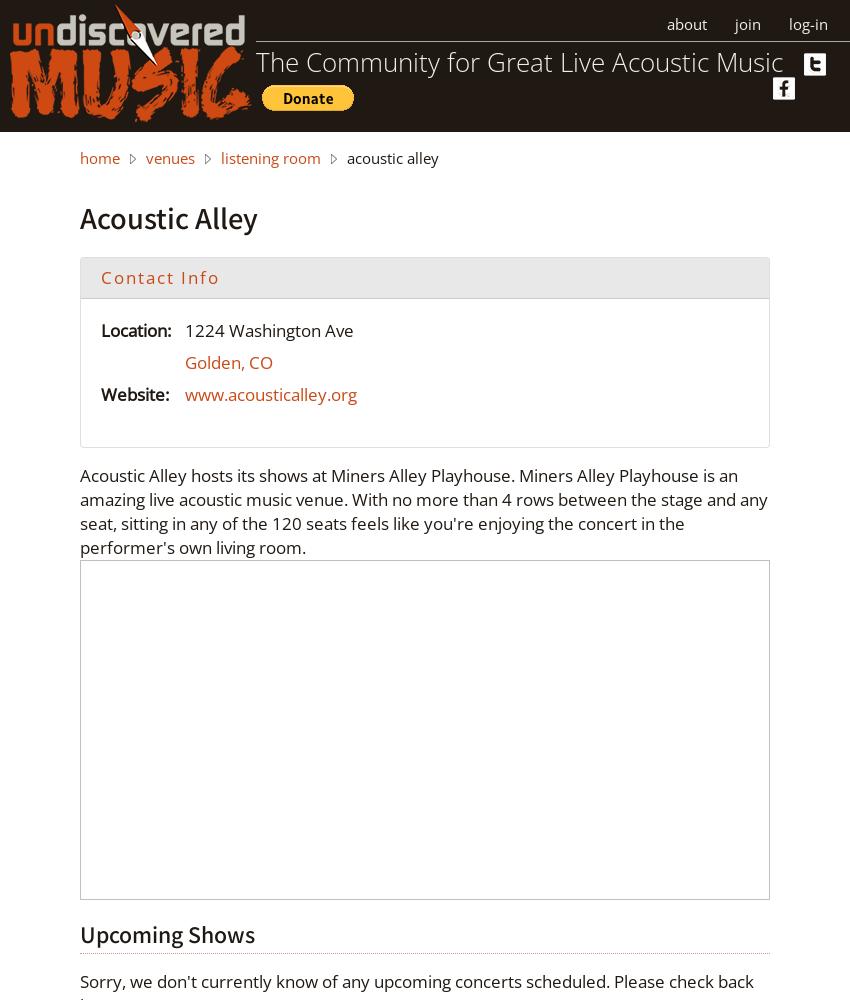 This screenshot has width=850, height=1000. I want to click on 'acoustic alley', so click(391, 158).